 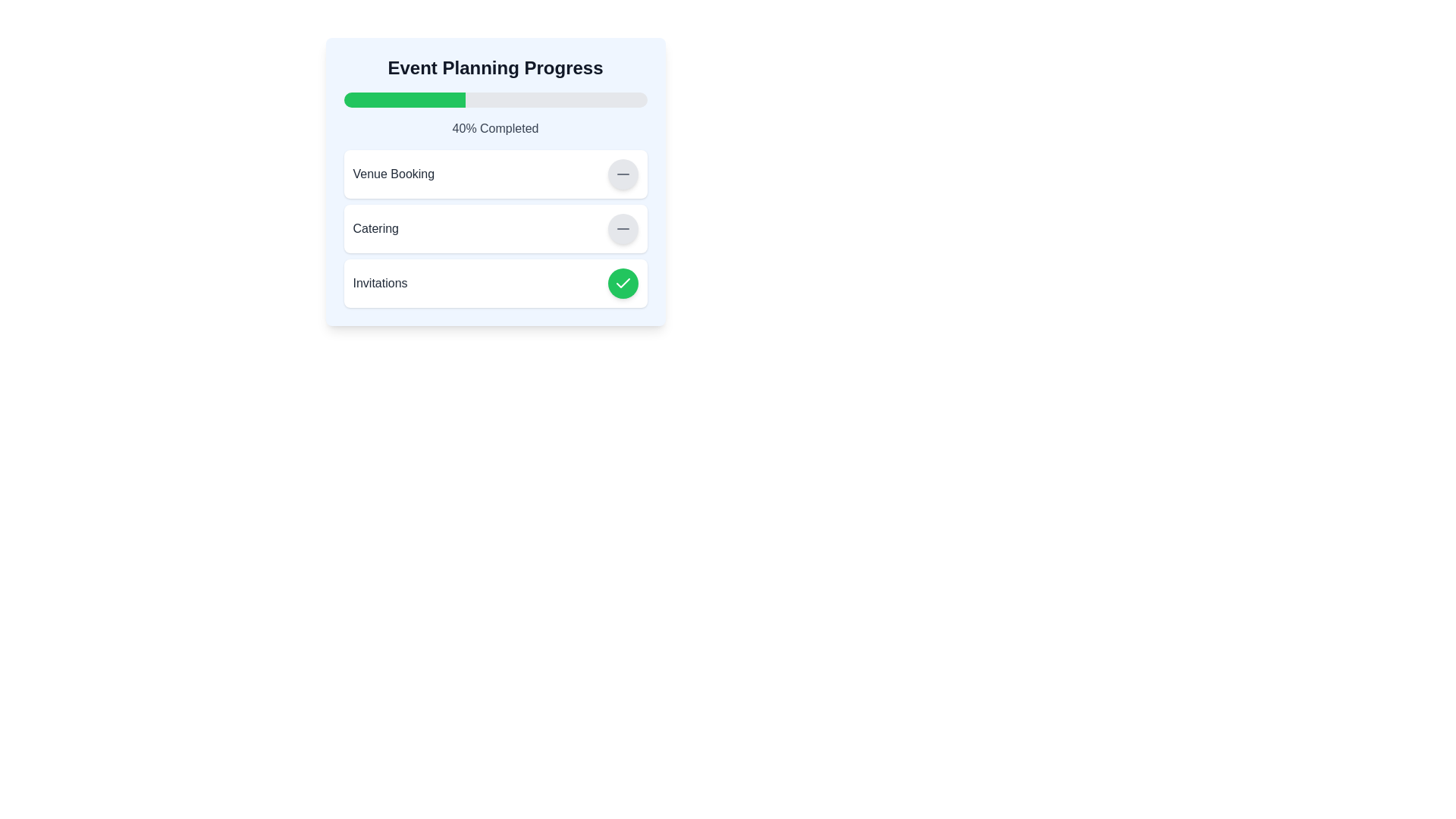 I want to click on green circular checkmark icon next to the 'Invitations' item in the task list for visual details, so click(x=623, y=283).